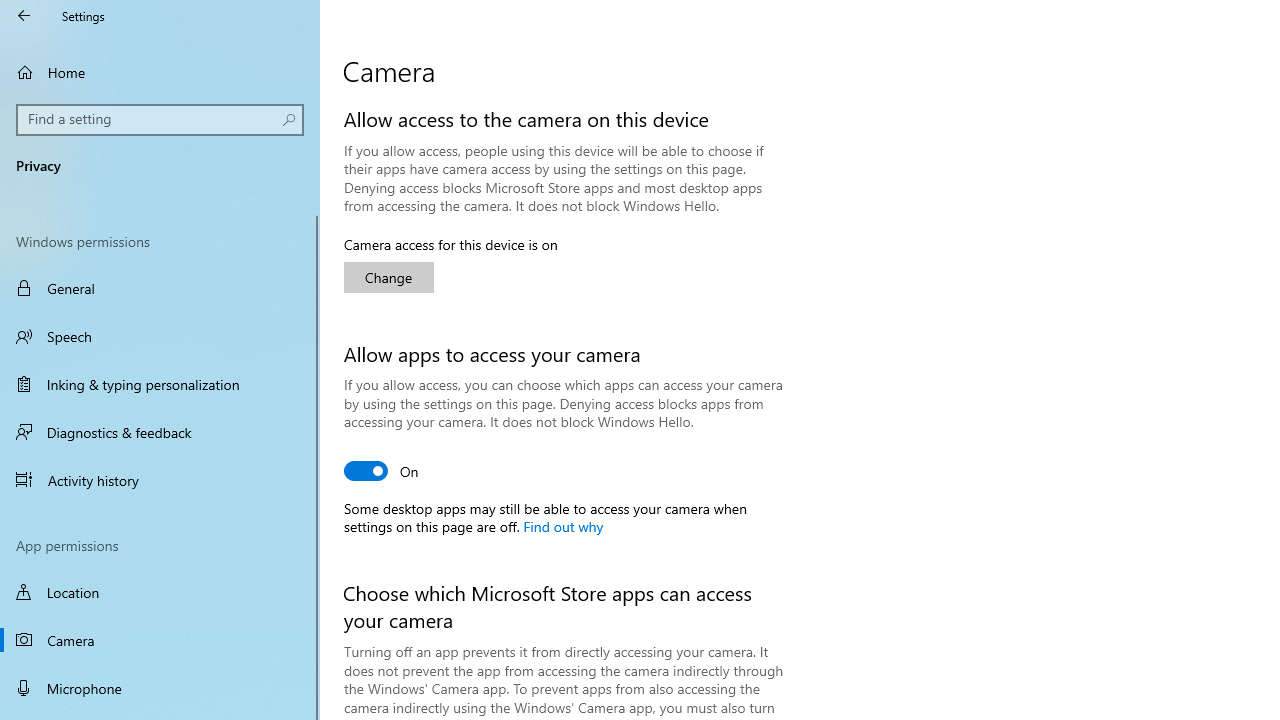 This screenshot has height=720, width=1280. Describe the element at coordinates (160, 384) in the screenshot. I see `'Inking & typing personalization'` at that location.